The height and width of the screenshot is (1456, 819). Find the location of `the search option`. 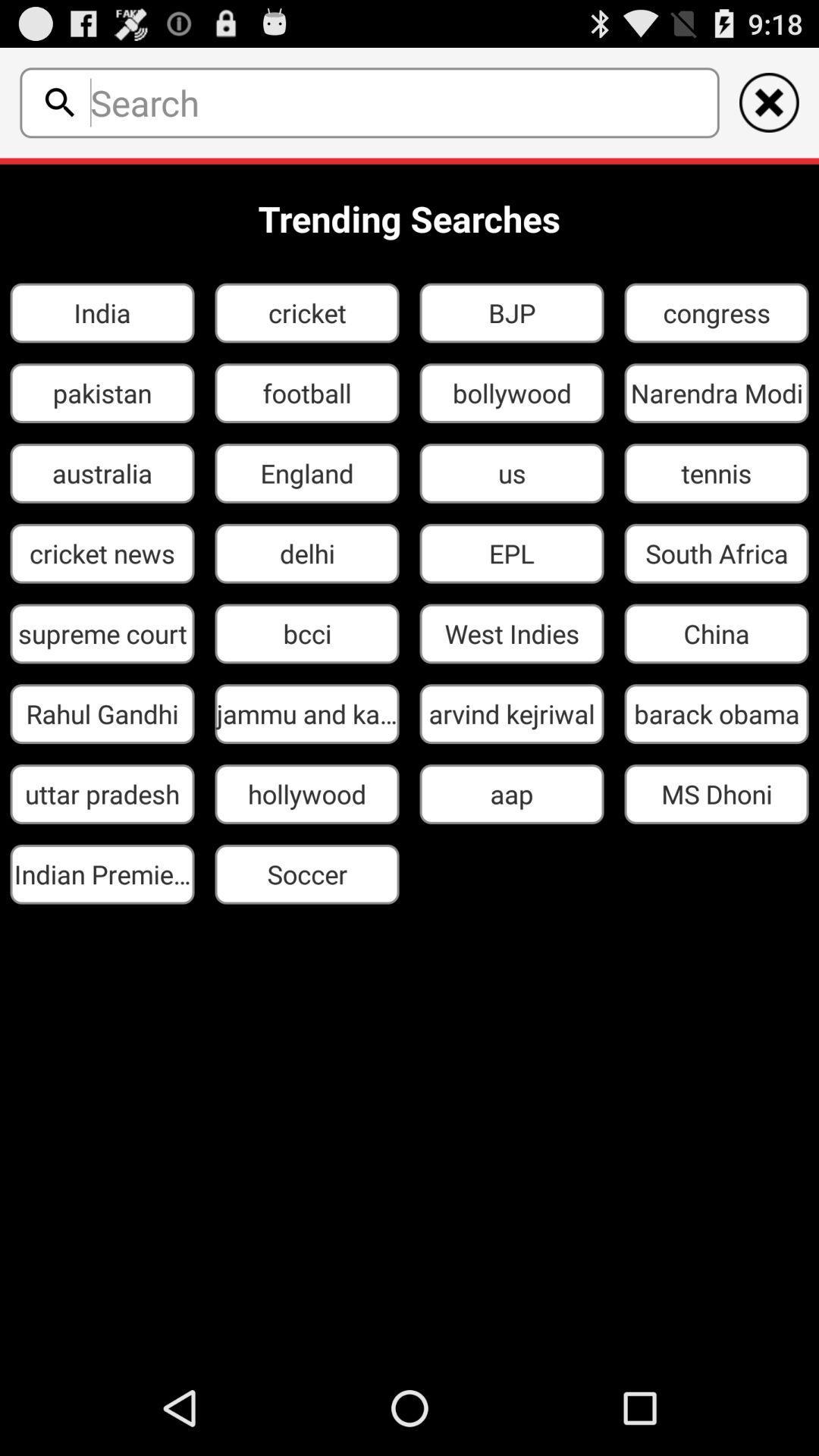

the search option is located at coordinates (59, 102).